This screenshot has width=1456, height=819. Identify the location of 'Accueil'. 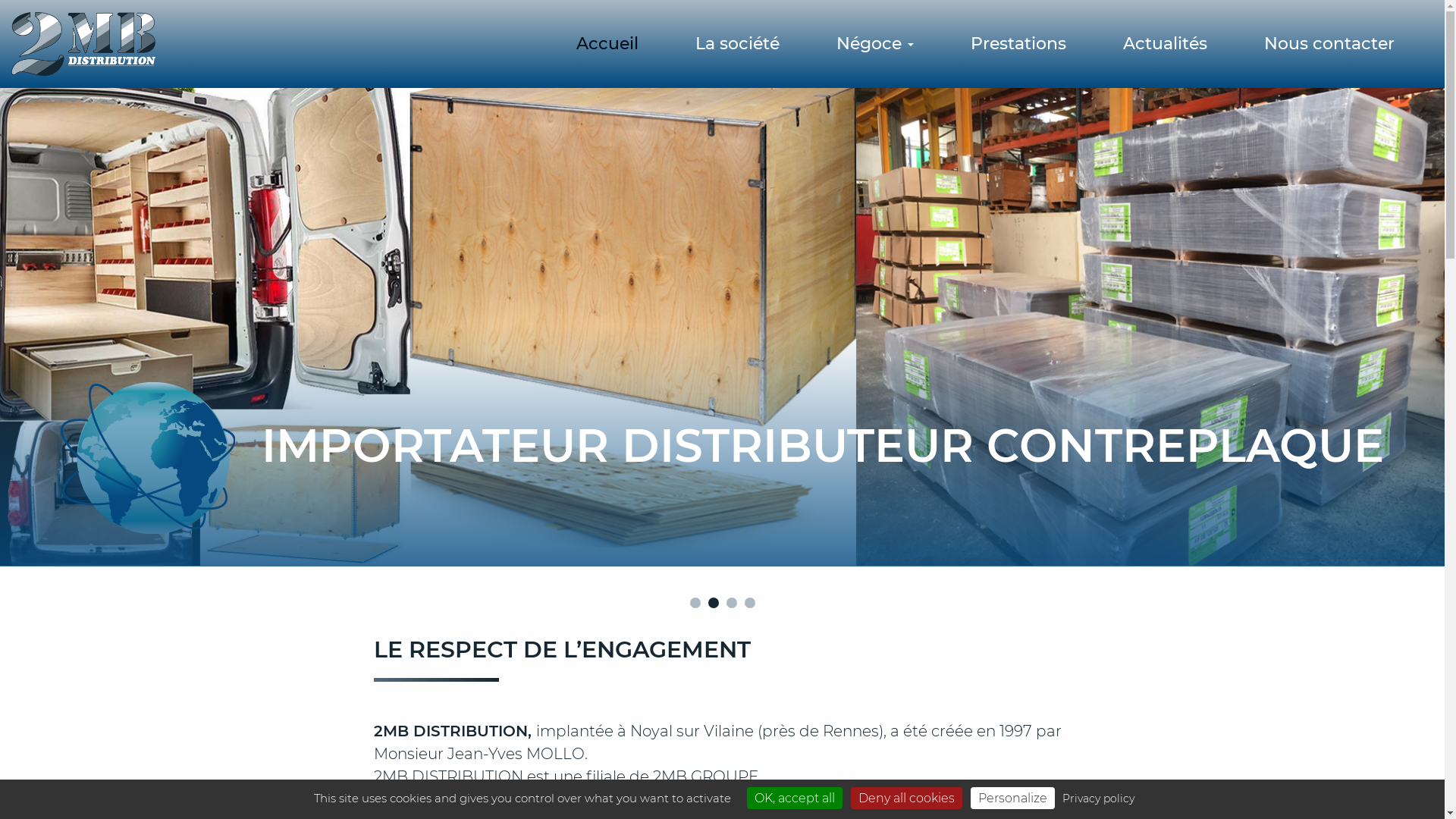
(607, 42).